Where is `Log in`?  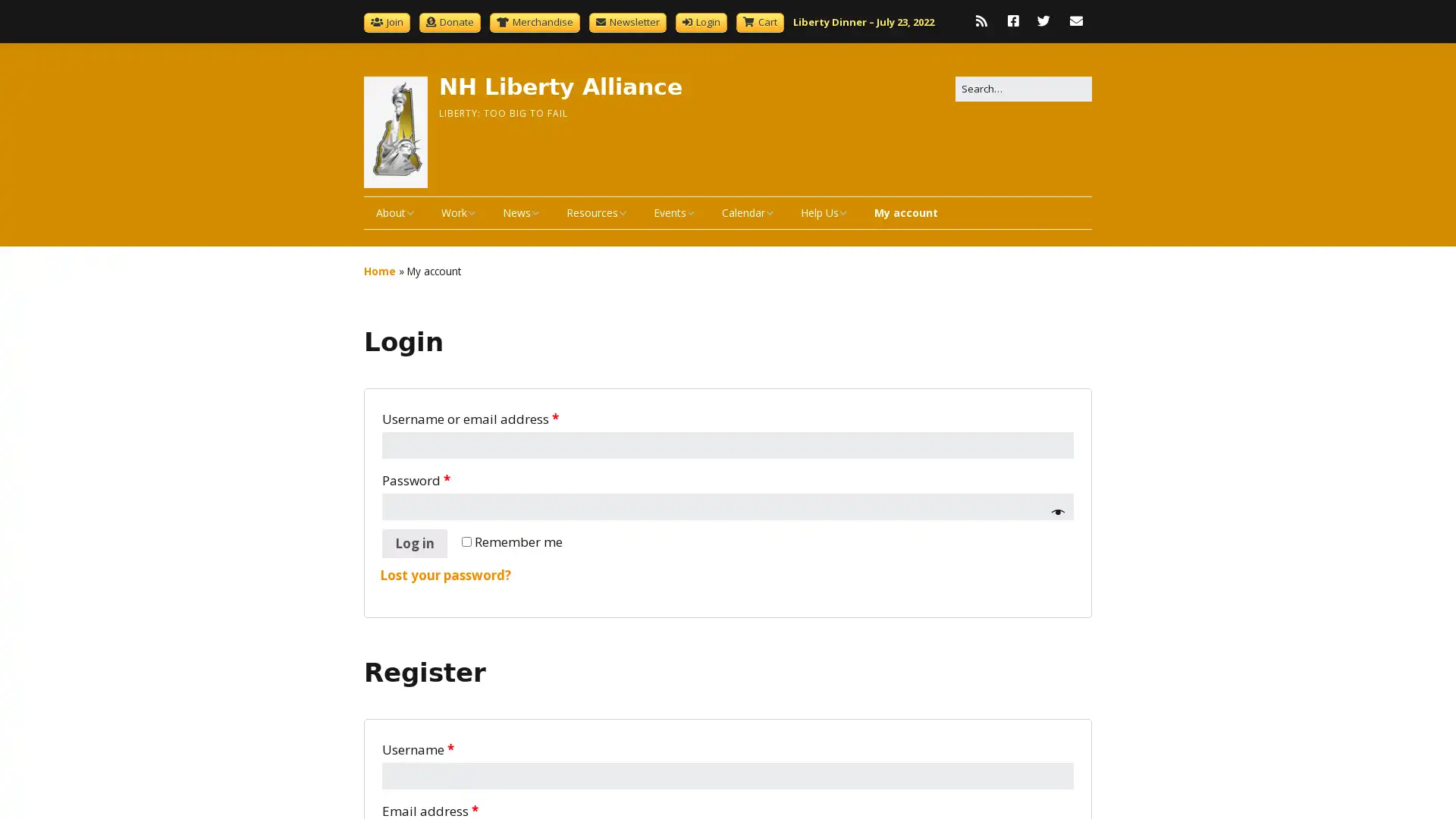 Log in is located at coordinates (415, 542).